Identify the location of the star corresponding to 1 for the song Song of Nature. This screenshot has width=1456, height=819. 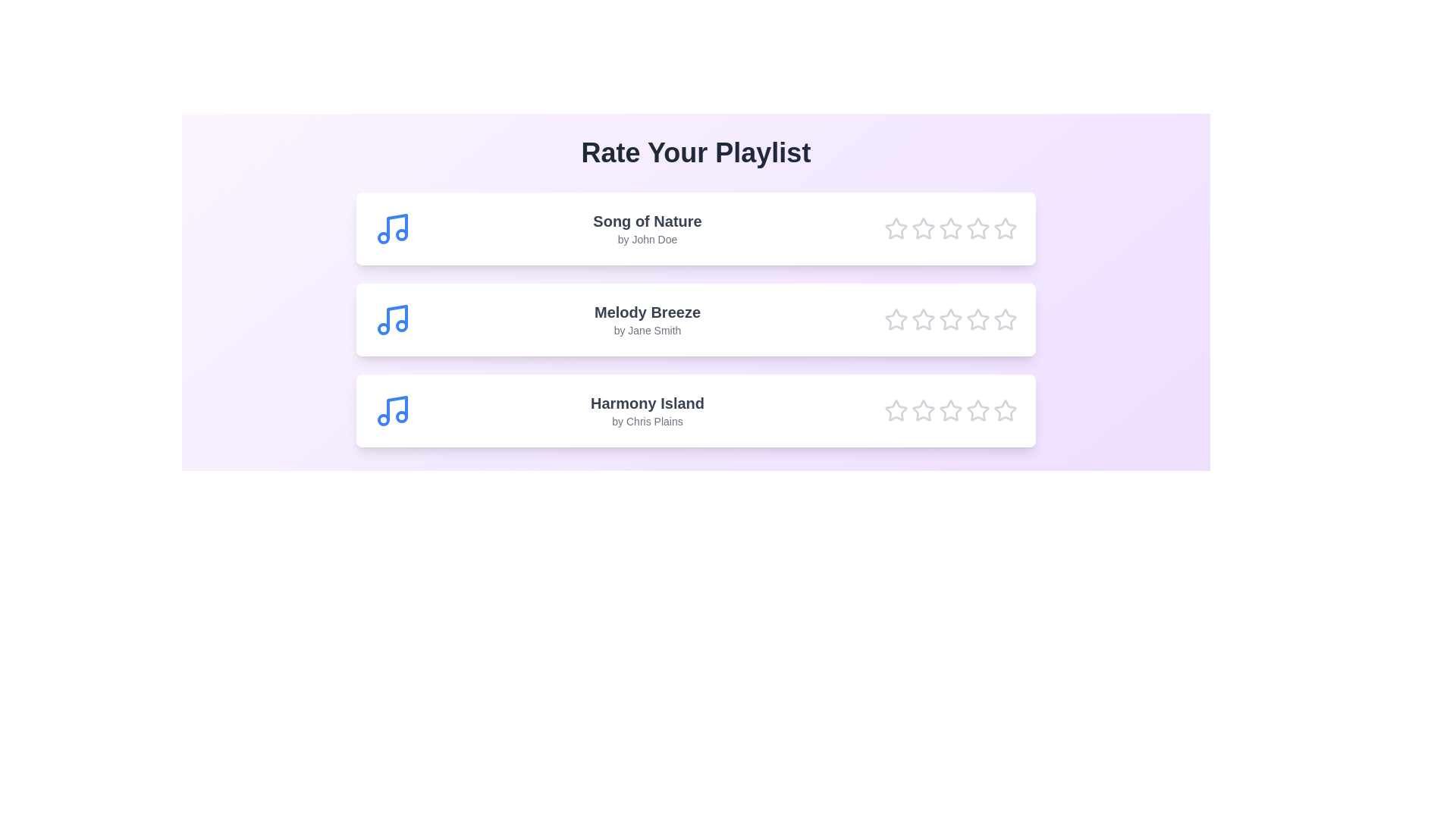
(896, 228).